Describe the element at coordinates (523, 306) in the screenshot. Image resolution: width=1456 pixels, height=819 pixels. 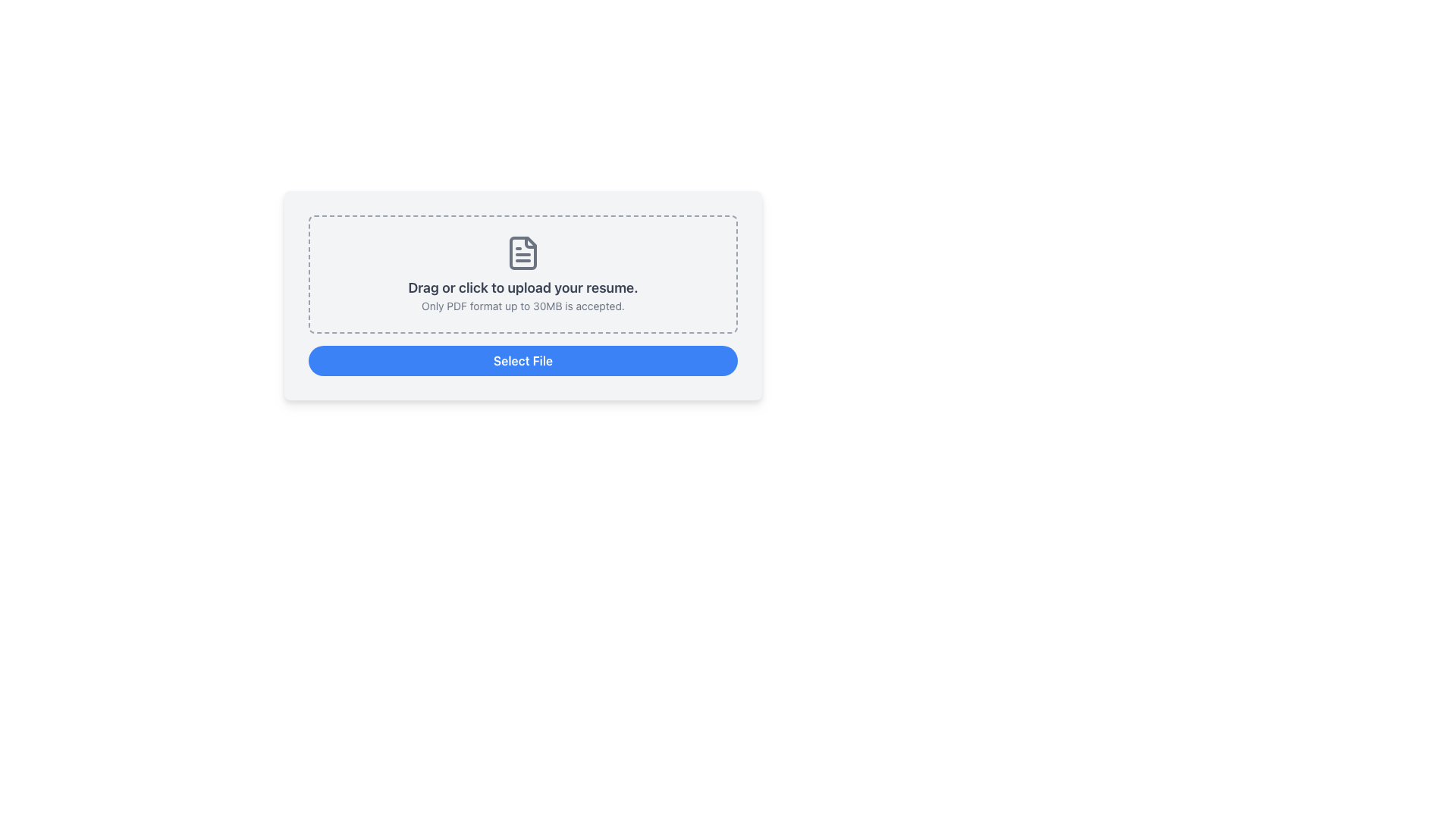
I see `the informational text that provides details on file upload requirements, positioned above the blue 'Select File' button` at that location.